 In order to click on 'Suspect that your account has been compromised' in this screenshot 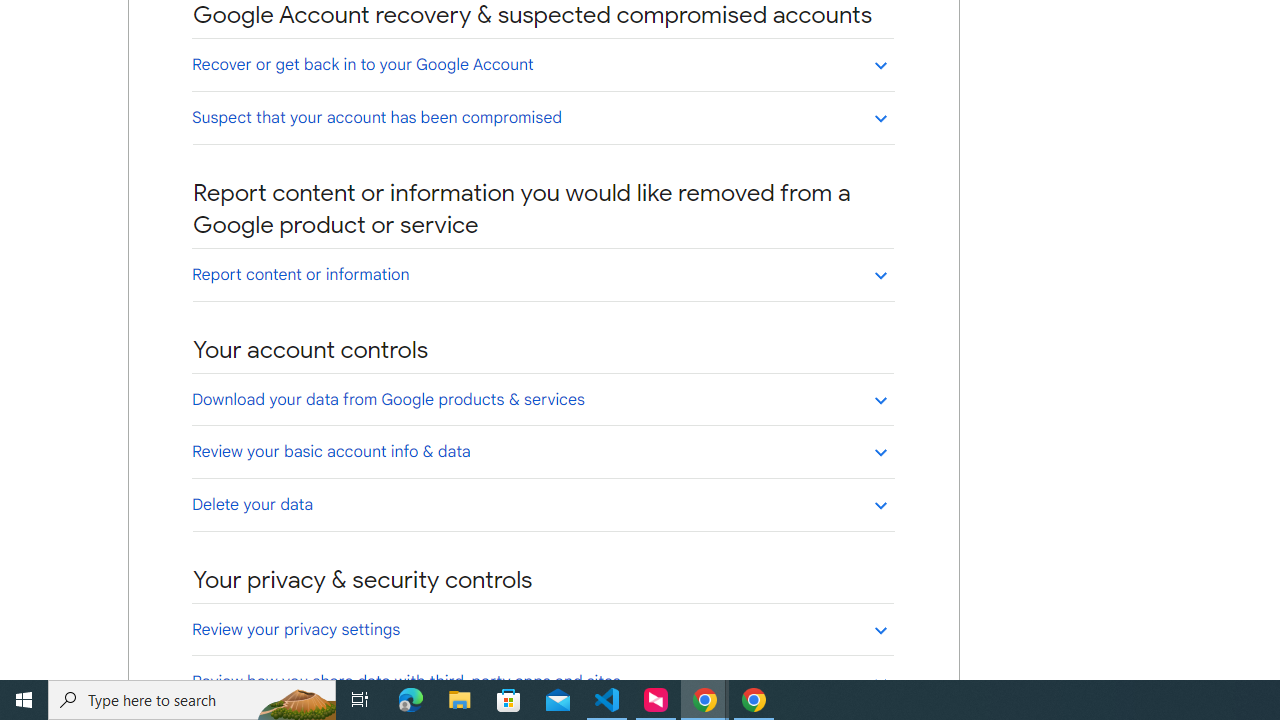, I will do `click(542, 117)`.